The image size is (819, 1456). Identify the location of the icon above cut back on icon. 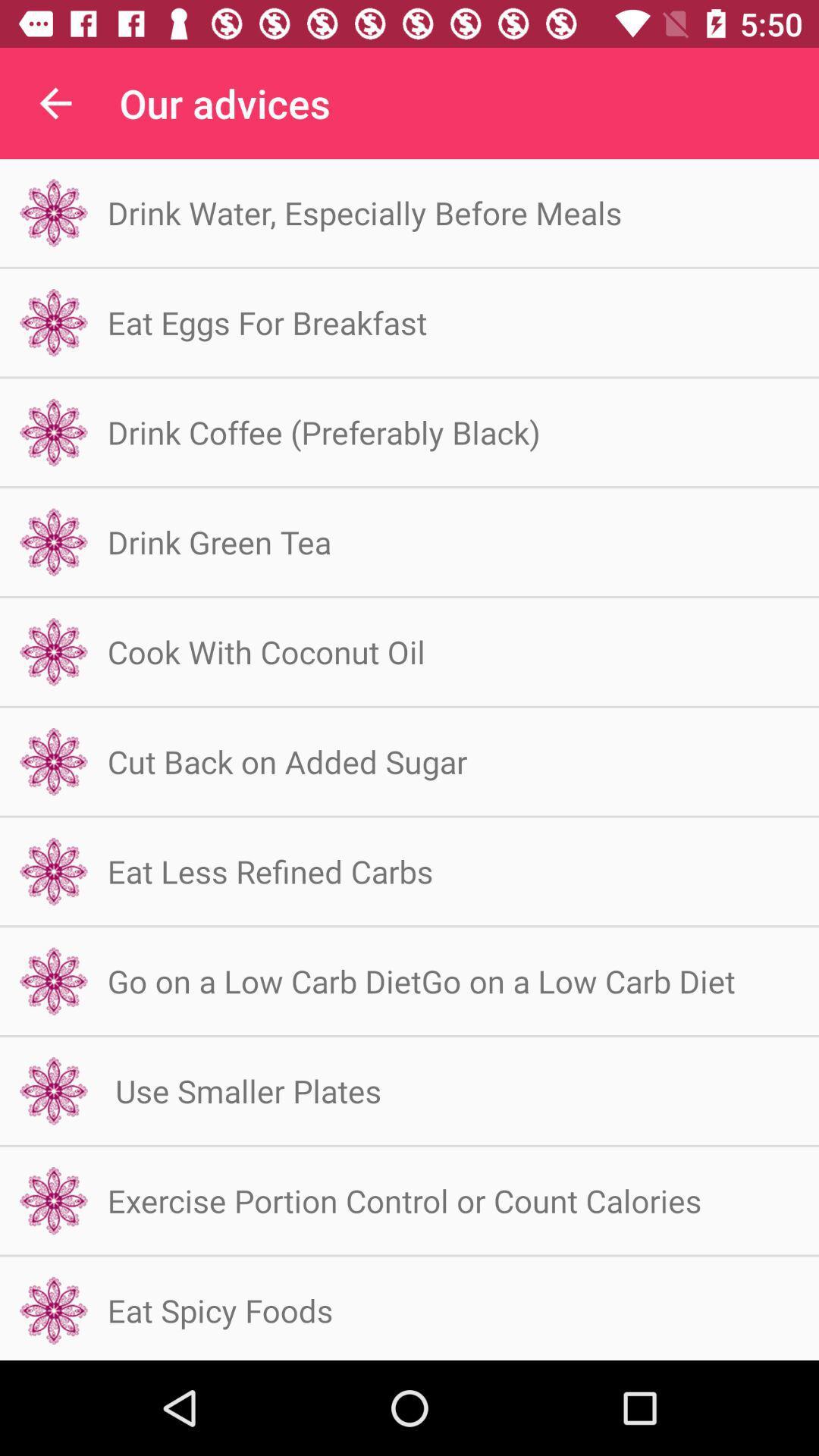
(265, 651).